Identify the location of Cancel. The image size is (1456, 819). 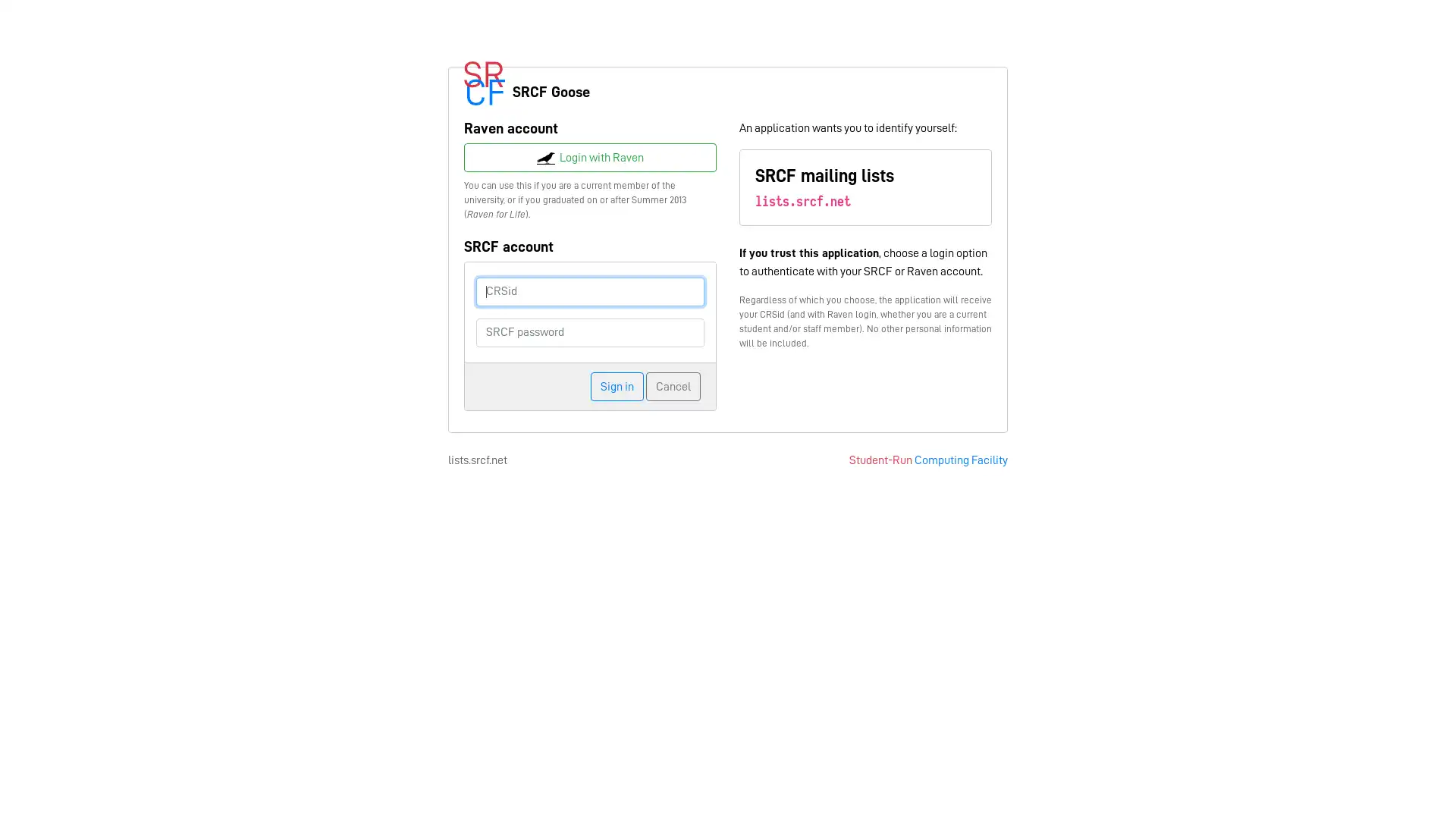
(673, 385).